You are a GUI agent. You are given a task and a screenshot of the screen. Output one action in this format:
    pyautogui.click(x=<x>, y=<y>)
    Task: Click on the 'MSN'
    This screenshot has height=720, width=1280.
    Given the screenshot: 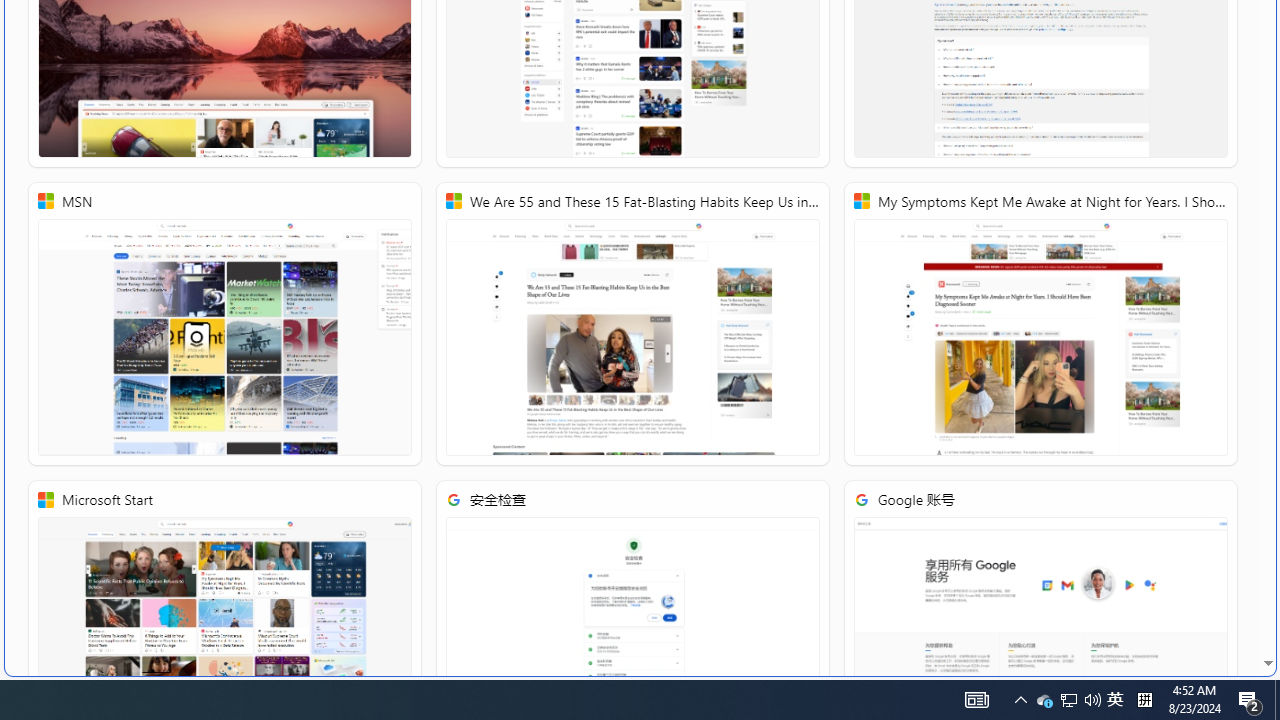 What is the action you would take?
    pyautogui.click(x=225, y=323)
    